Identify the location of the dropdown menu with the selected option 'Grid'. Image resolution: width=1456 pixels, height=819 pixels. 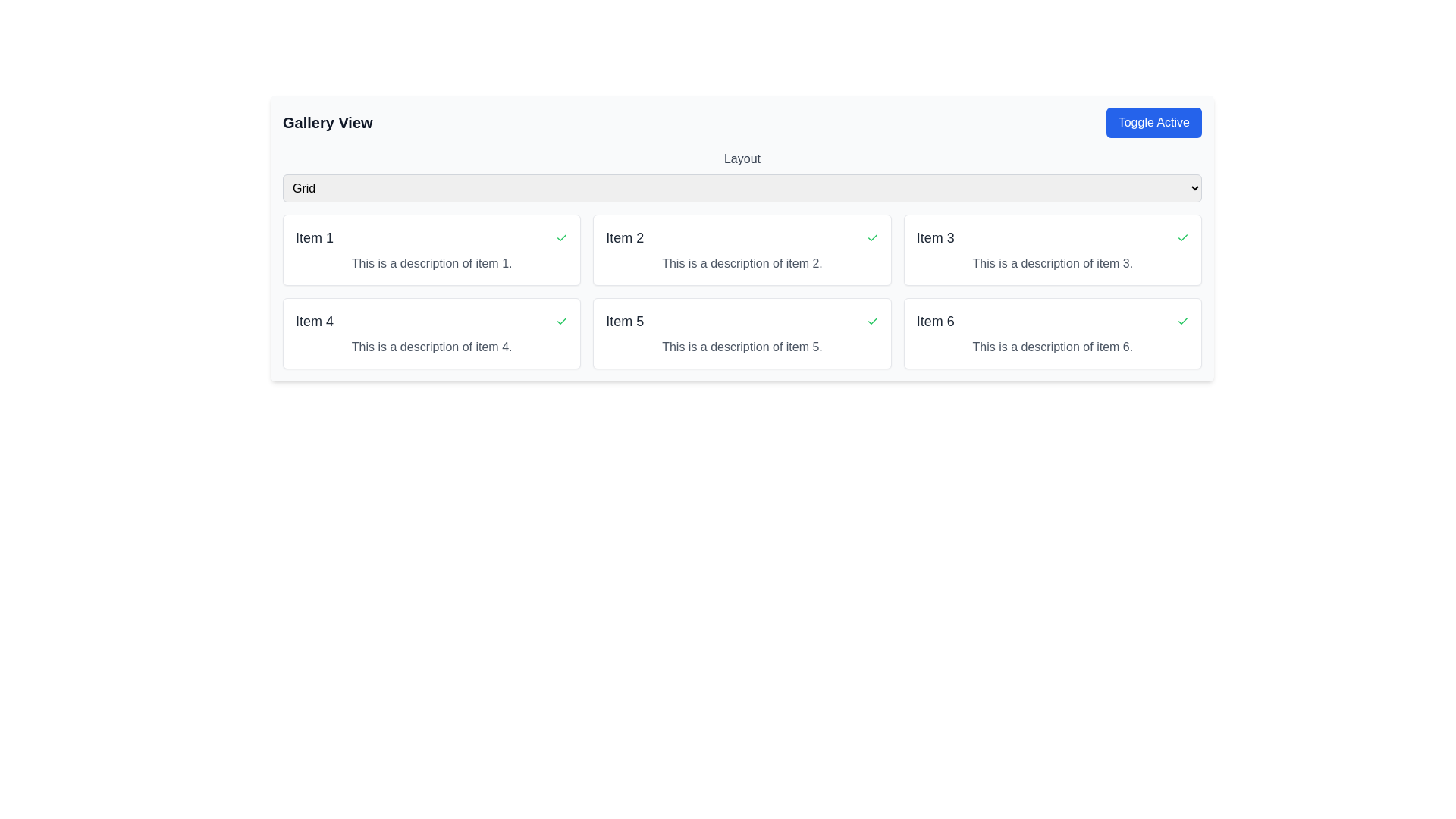
(742, 187).